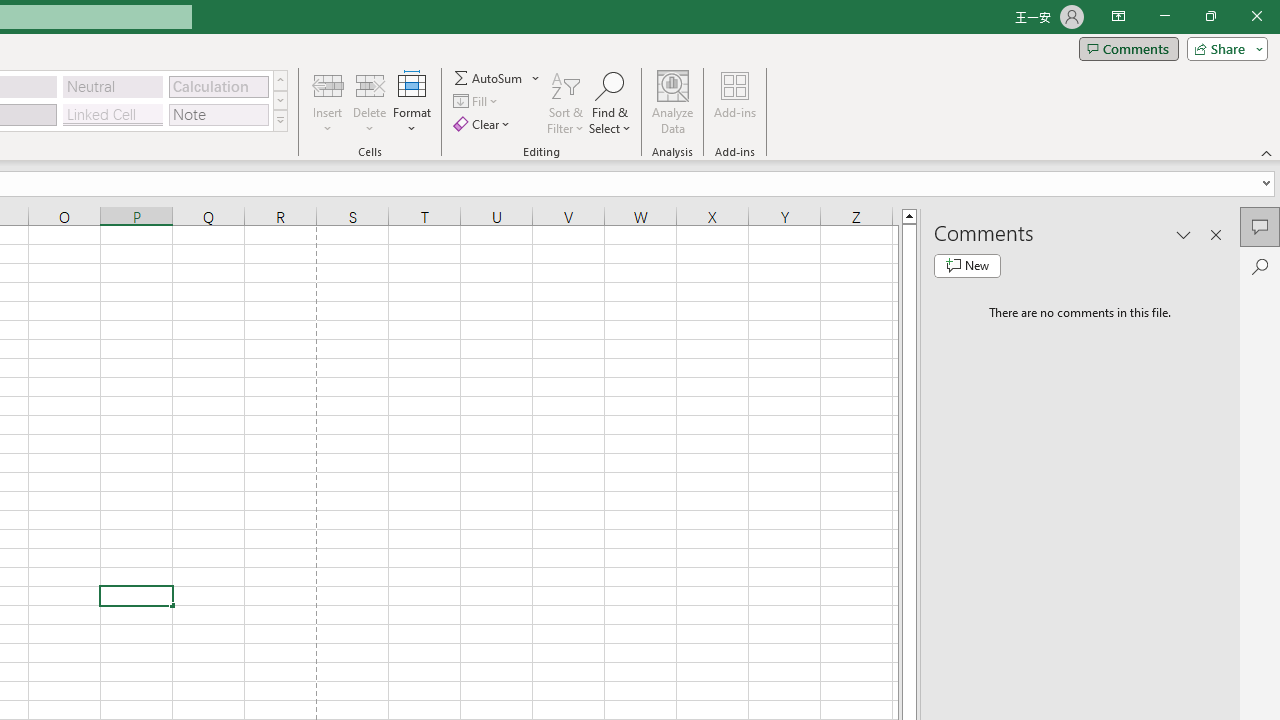 This screenshot has width=1280, height=720. I want to click on 'Delete Cells...', so click(369, 84).